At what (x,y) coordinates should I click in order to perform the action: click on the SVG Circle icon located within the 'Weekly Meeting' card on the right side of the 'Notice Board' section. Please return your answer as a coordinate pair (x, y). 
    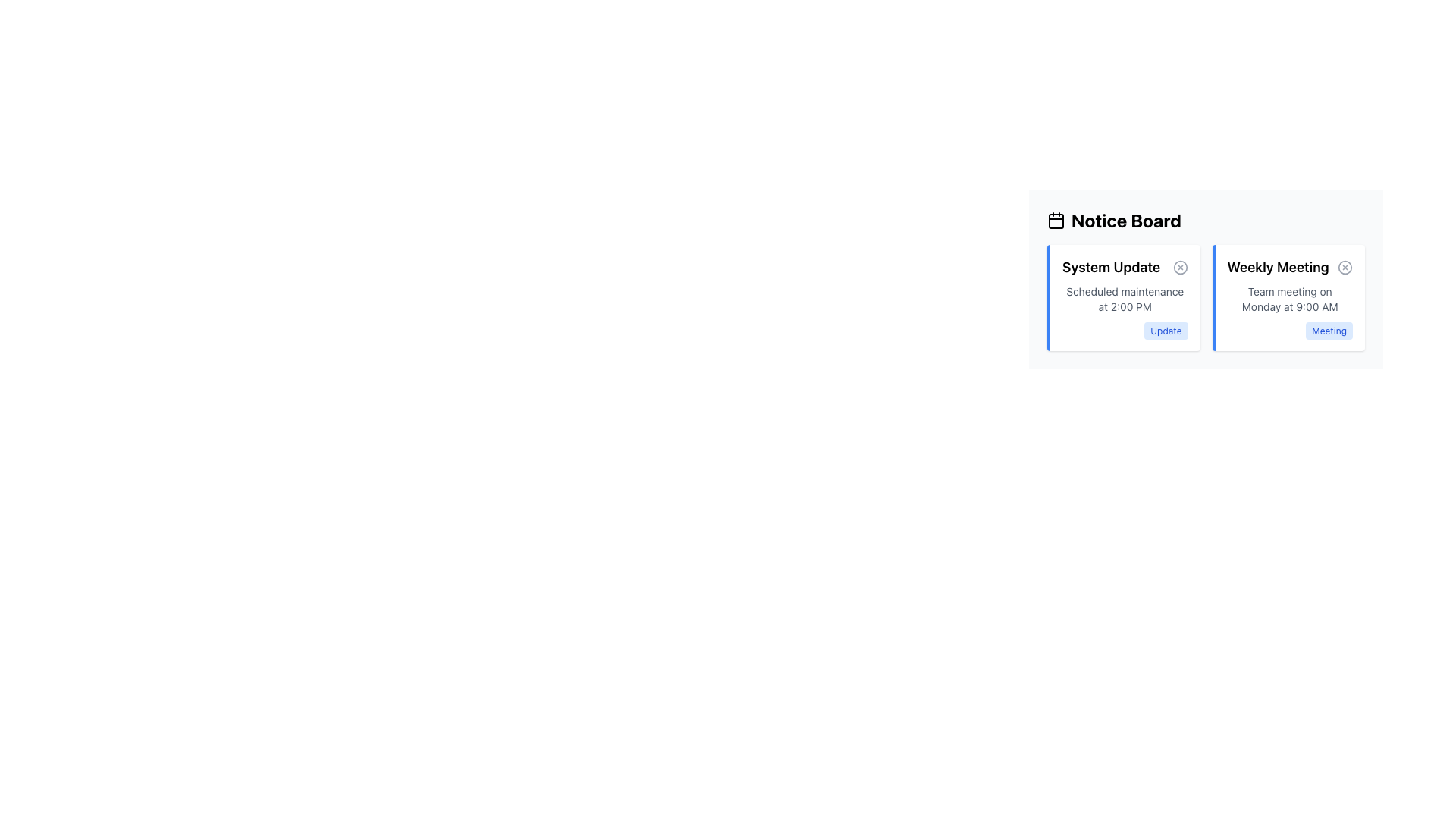
    Looking at the image, I should click on (1345, 267).